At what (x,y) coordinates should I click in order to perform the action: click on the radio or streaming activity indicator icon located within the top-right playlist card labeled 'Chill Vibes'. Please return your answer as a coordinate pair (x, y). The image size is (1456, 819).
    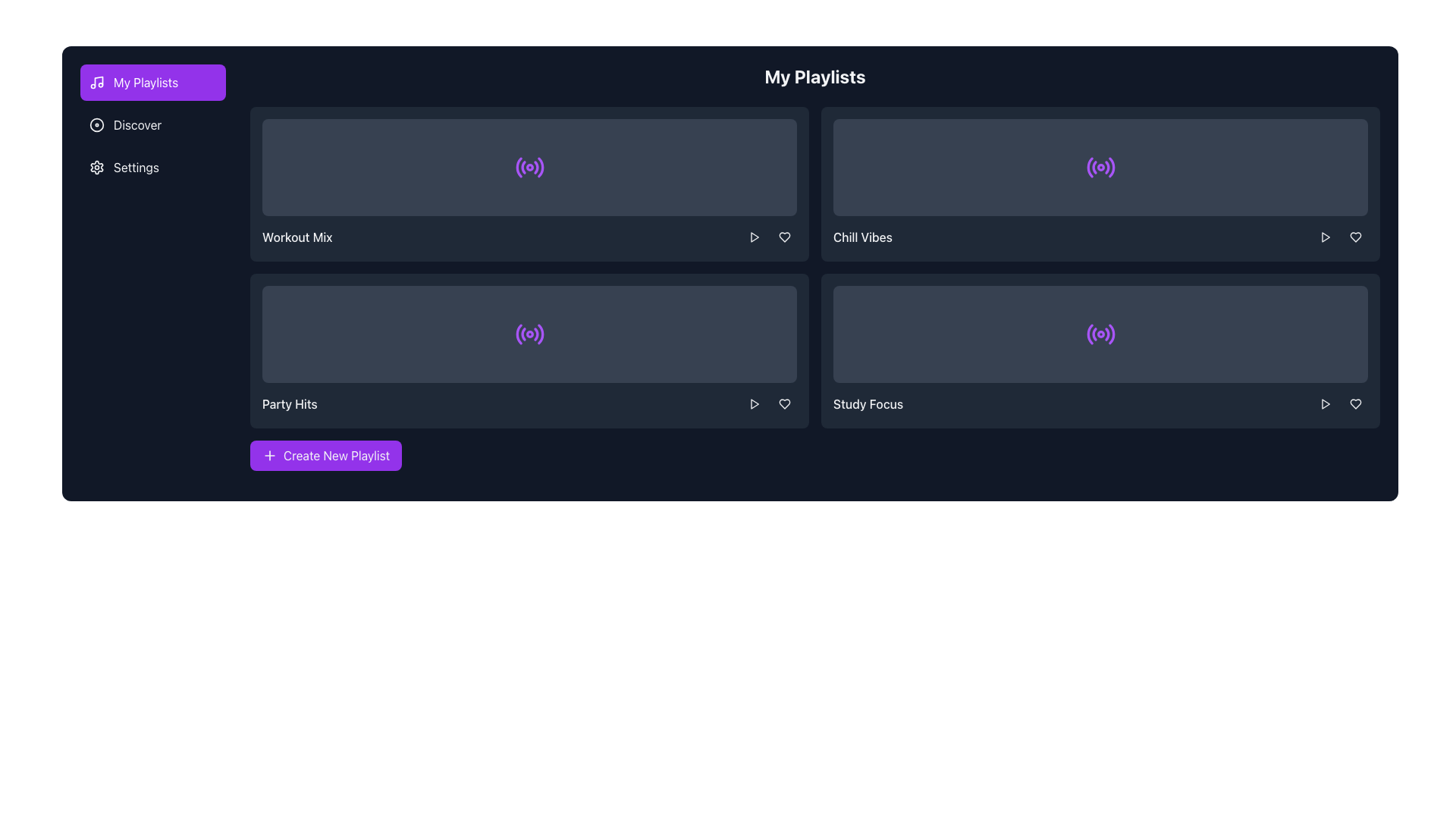
    Looking at the image, I should click on (1100, 167).